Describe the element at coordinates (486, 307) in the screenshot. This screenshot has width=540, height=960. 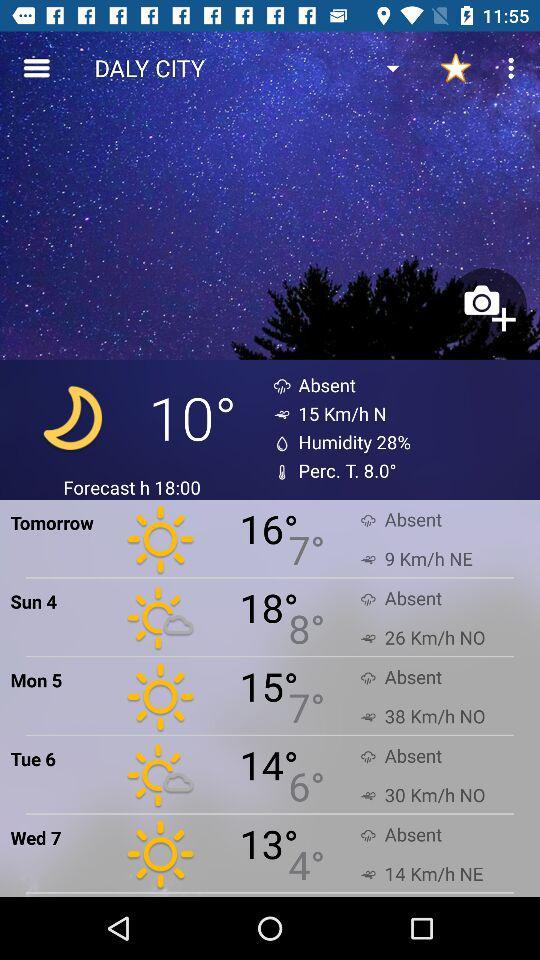
I see `open camera` at that location.